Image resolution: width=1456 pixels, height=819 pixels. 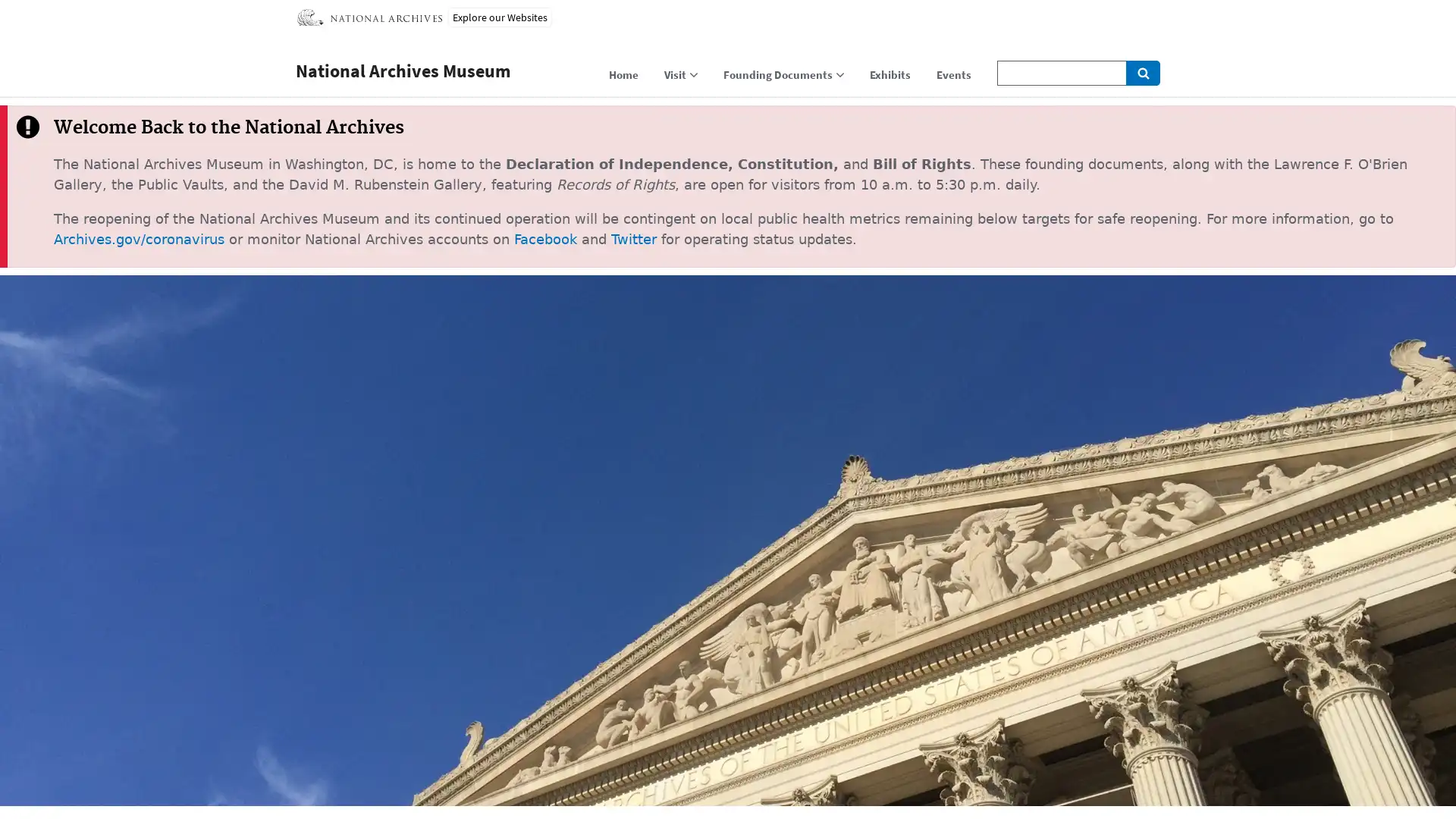 I want to click on Search, so click(x=1143, y=73).